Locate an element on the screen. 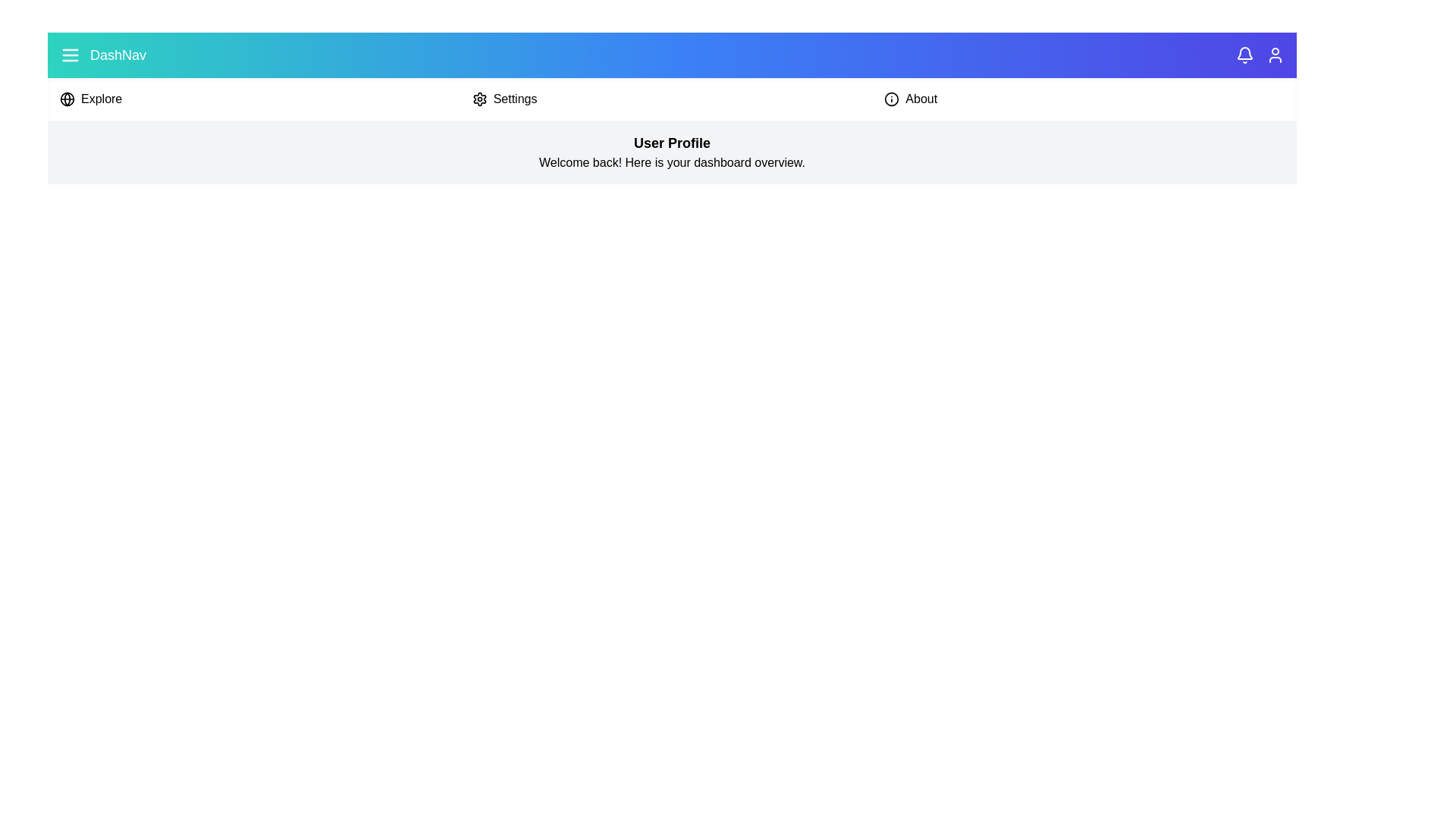 The height and width of the screenshot is (819, 1456). the user icon to toggle the user profile visibility is located at coordinates (1274, 55).